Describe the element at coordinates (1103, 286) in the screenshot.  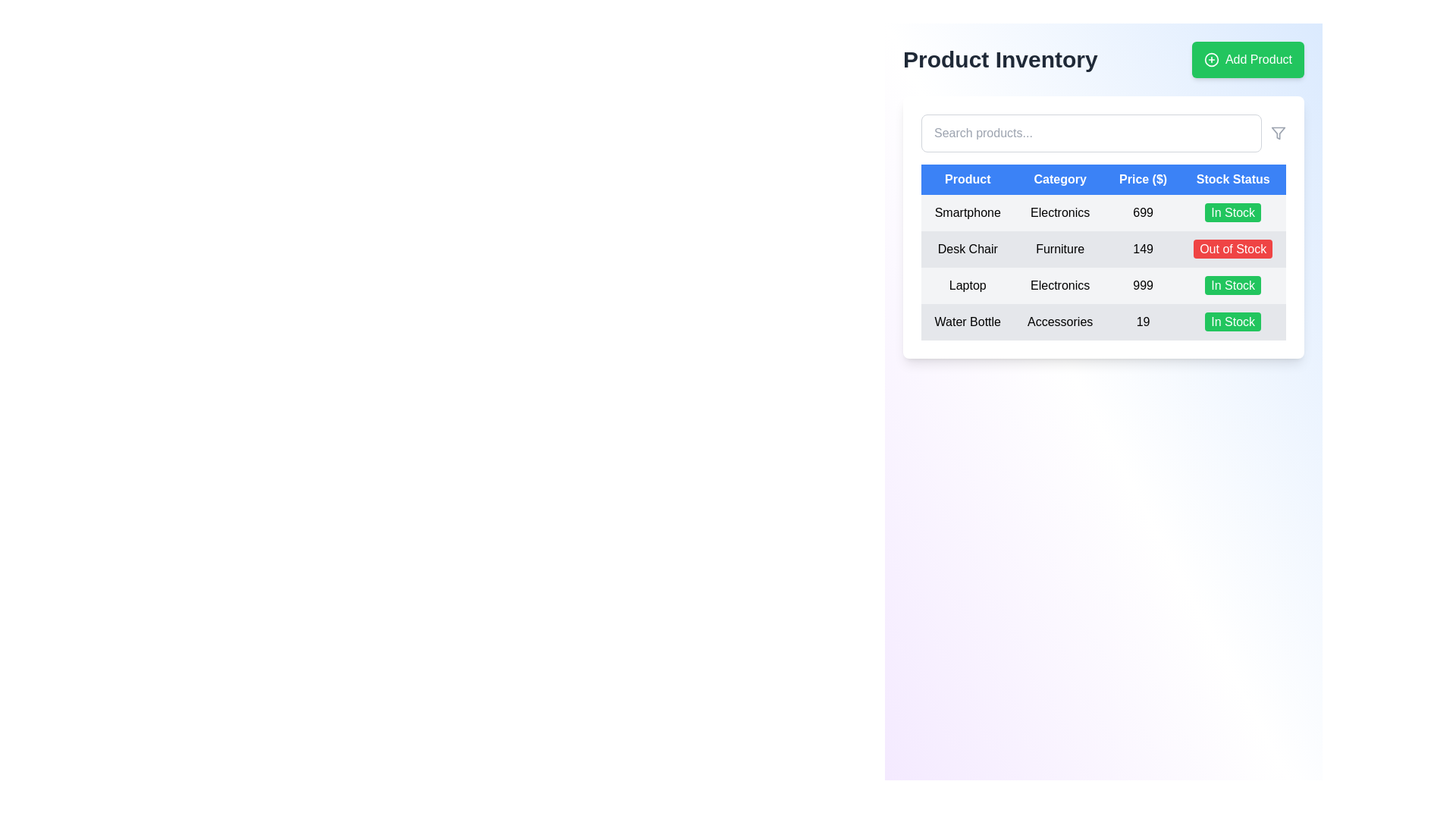
I see `the third row of the product inventory table displaying information about the 'Laptop' product` at that location.